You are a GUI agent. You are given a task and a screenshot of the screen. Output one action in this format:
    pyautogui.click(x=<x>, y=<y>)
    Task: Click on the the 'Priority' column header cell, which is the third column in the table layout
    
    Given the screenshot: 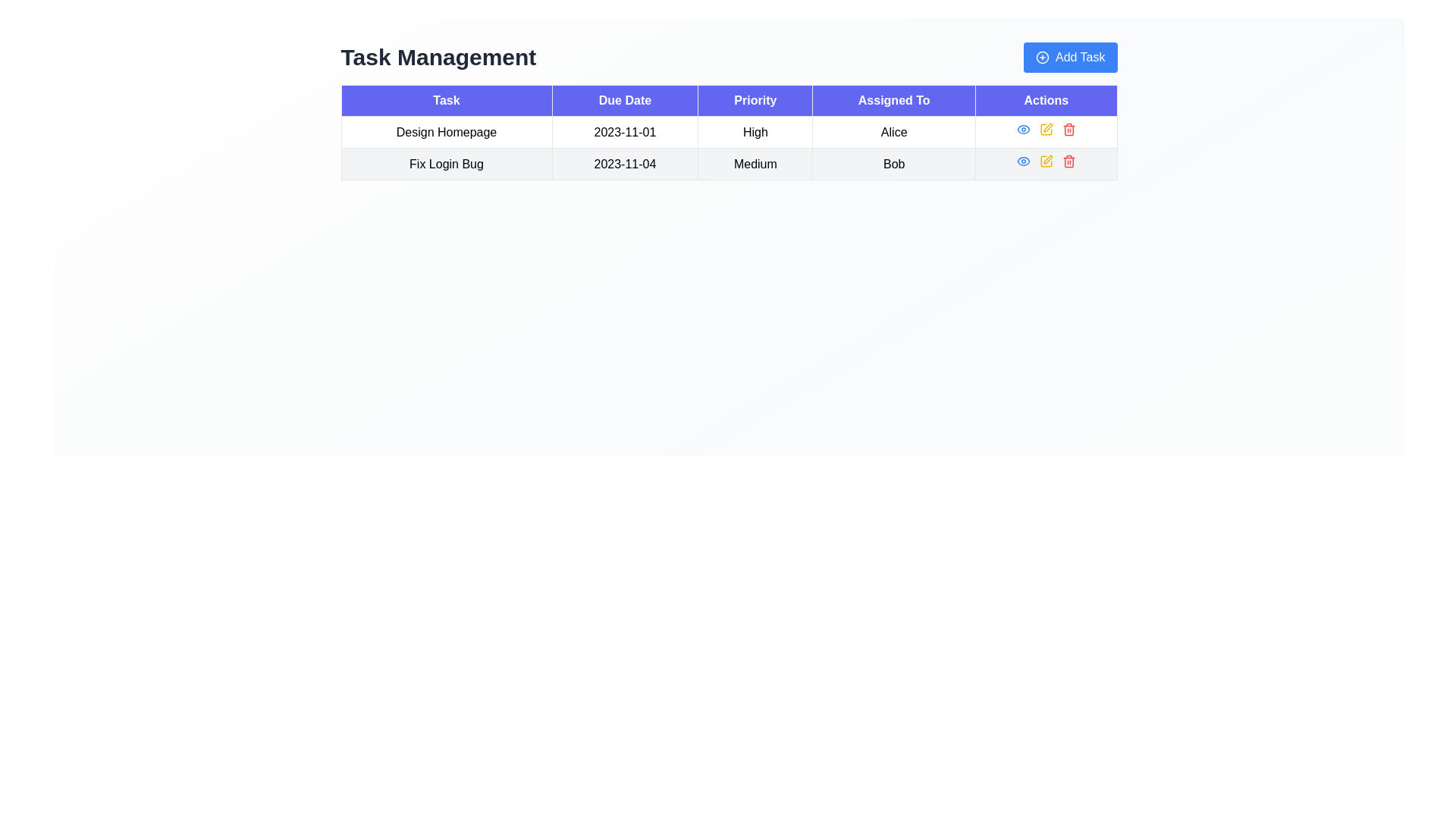 What is the action you would take?
    pyautogui.click(x=755, y=100)
    